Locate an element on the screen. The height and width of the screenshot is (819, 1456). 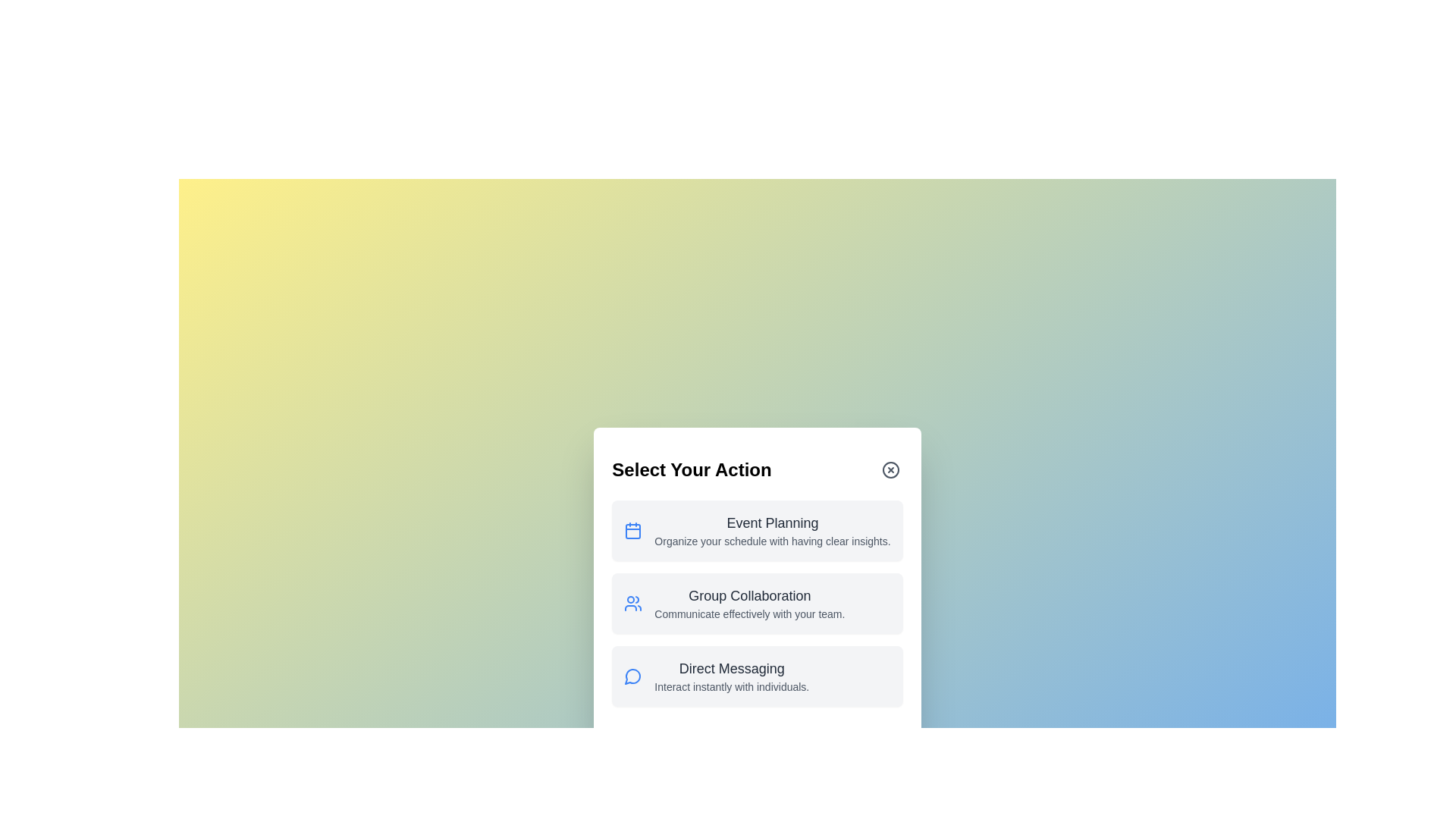
the card corresponding to Direct Messaging is located at coordinates (757, 675).